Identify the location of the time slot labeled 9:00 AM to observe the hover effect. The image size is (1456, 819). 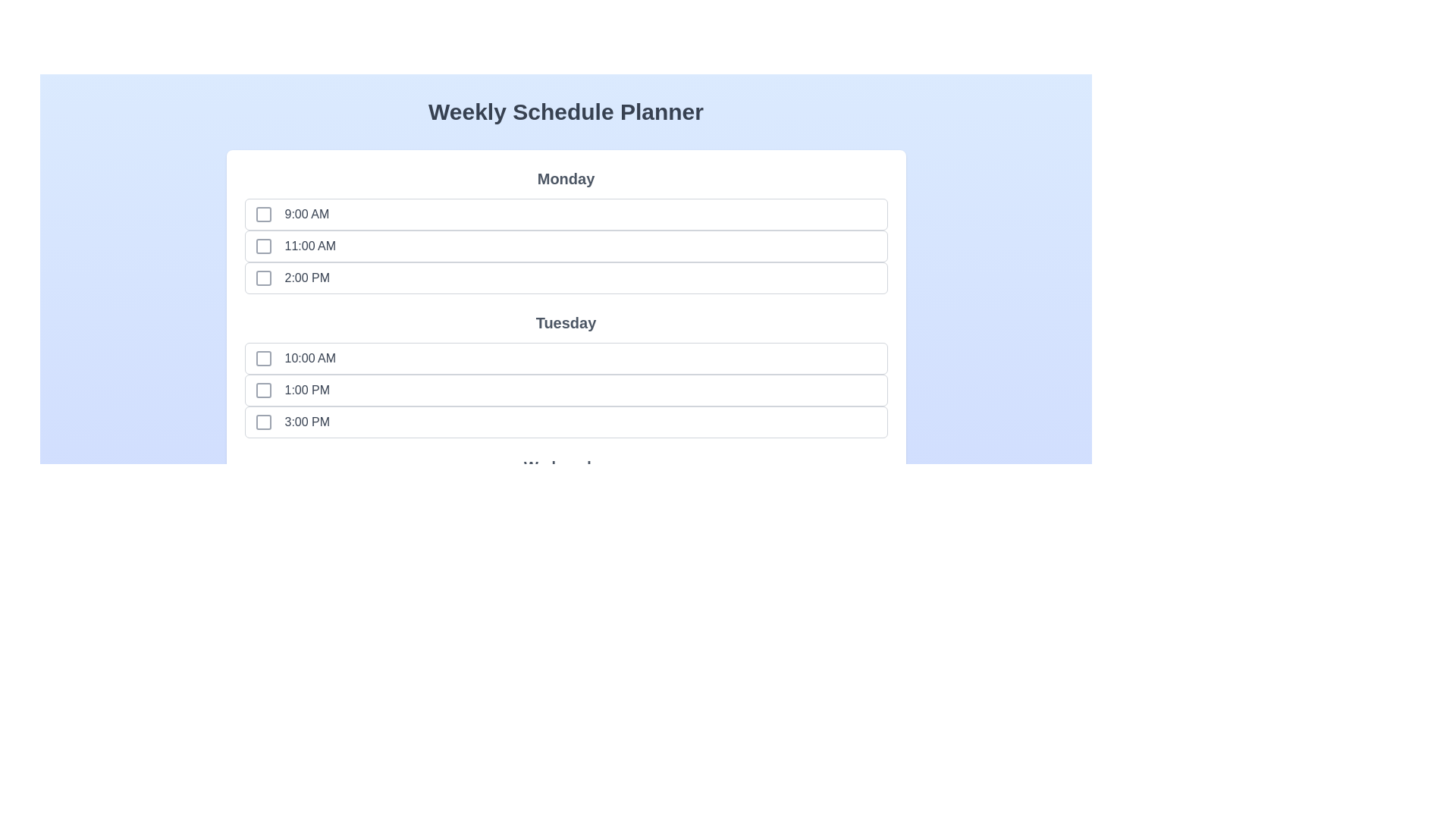
(284, 214).